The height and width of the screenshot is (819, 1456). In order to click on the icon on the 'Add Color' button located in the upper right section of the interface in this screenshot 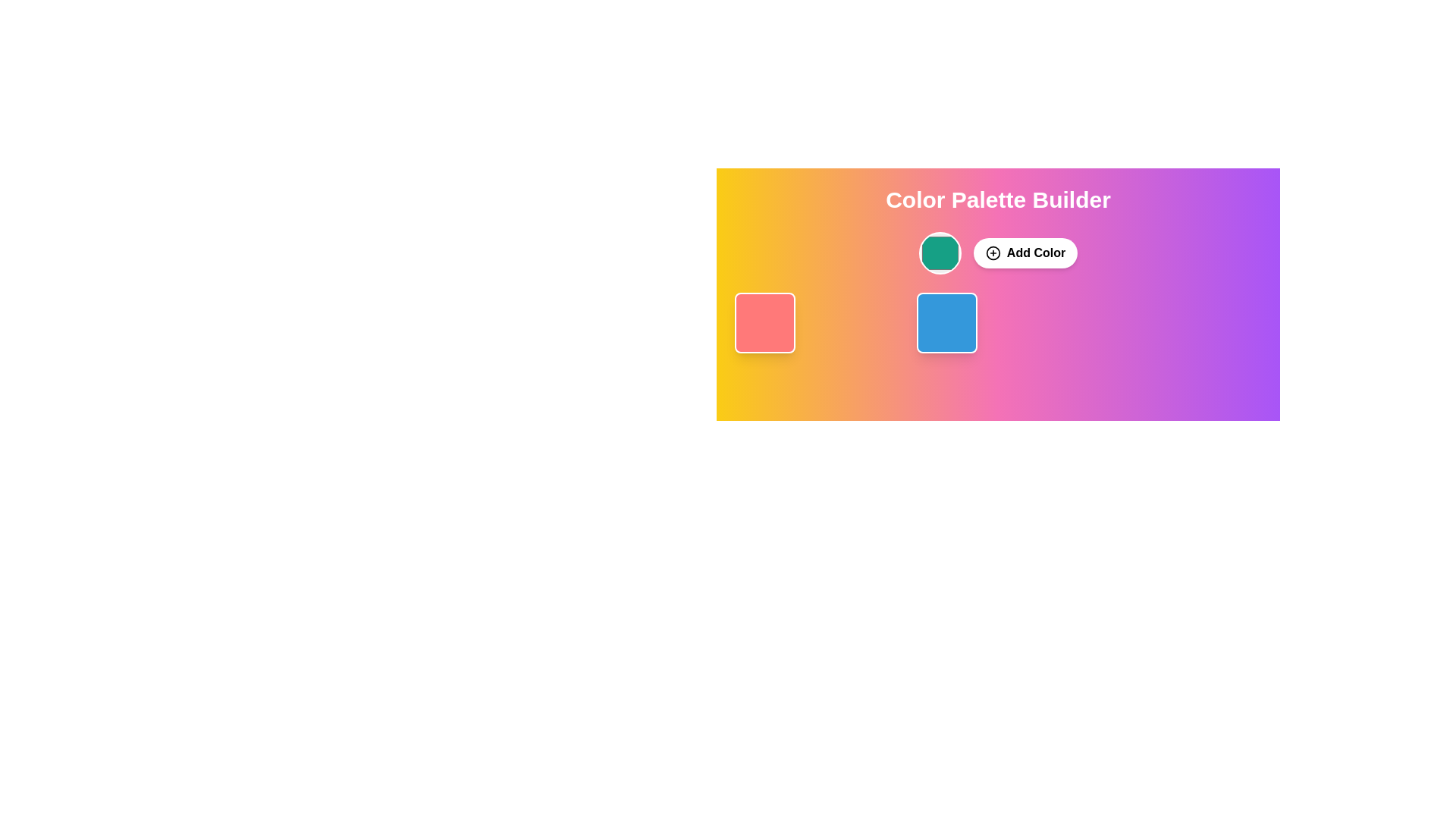, I will do `click(993, 253)`.